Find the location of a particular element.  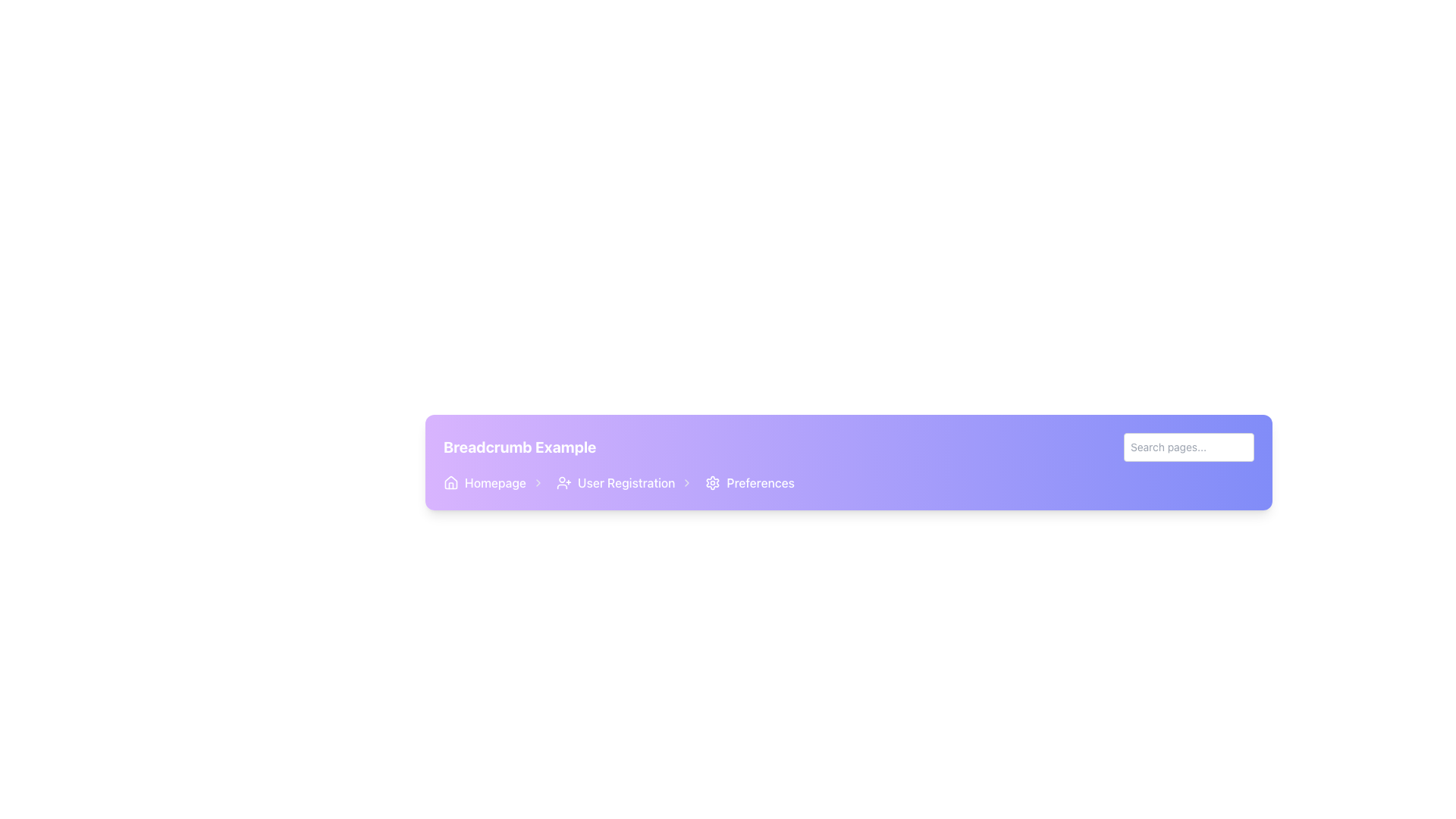

the settings icon located in the top-right section of the user interface, adjacent to the 'Preferences' breadcrumb is located at coordinates (712, 482).